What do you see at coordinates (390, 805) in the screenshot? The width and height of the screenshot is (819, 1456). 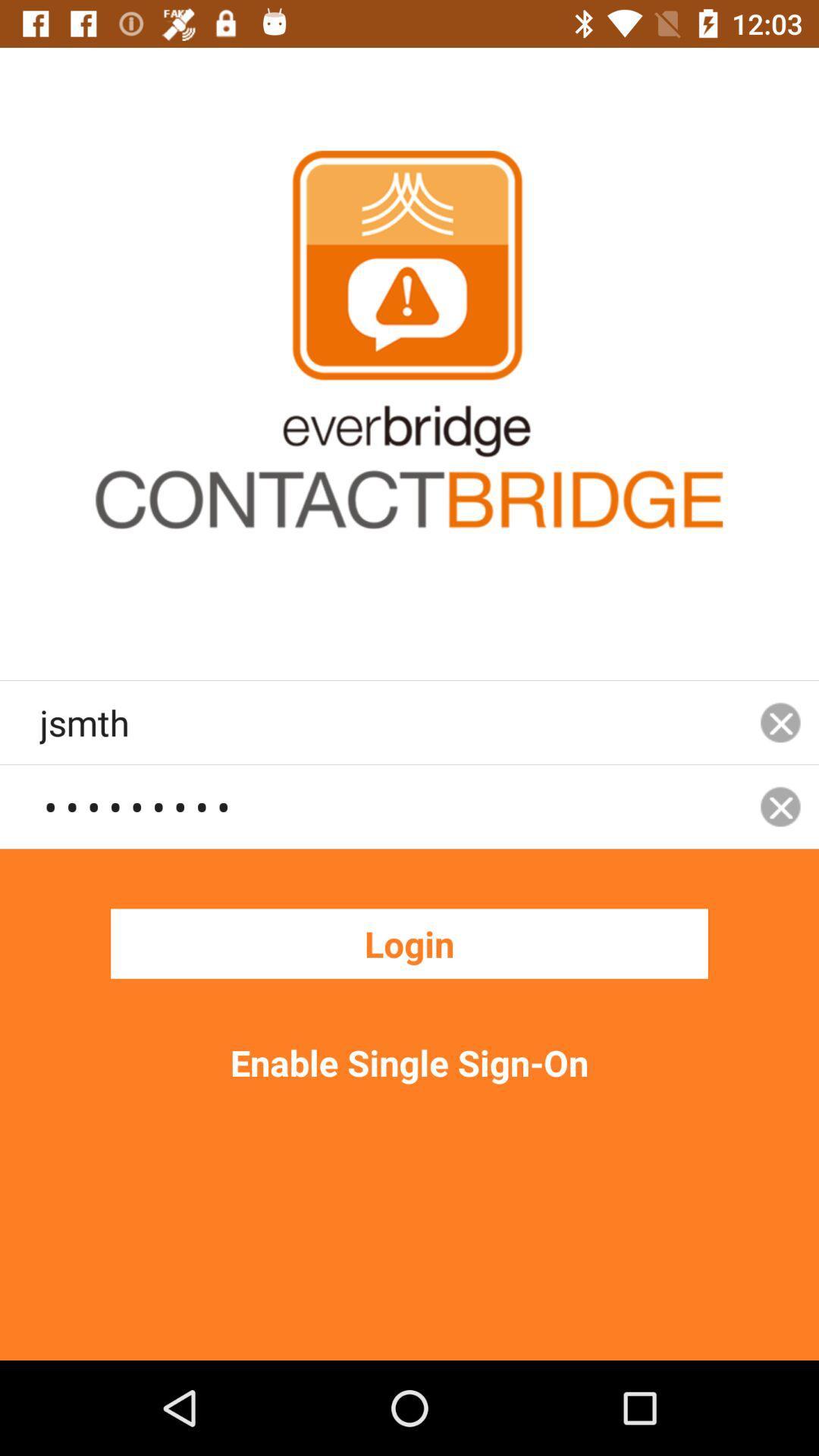 I see `the icon below jsmth item` at bounding box center [390, 805].